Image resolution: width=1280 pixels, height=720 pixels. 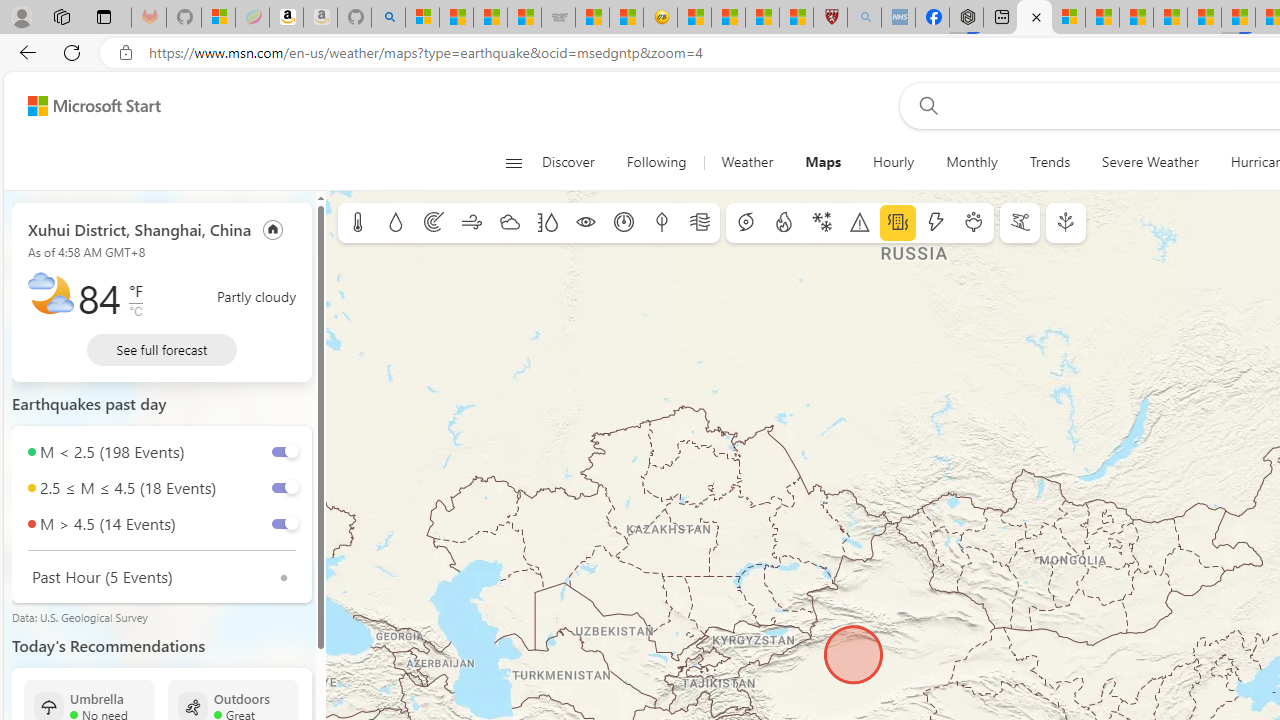 I want to click on 'Precipitation', so click(x=395, y=223).